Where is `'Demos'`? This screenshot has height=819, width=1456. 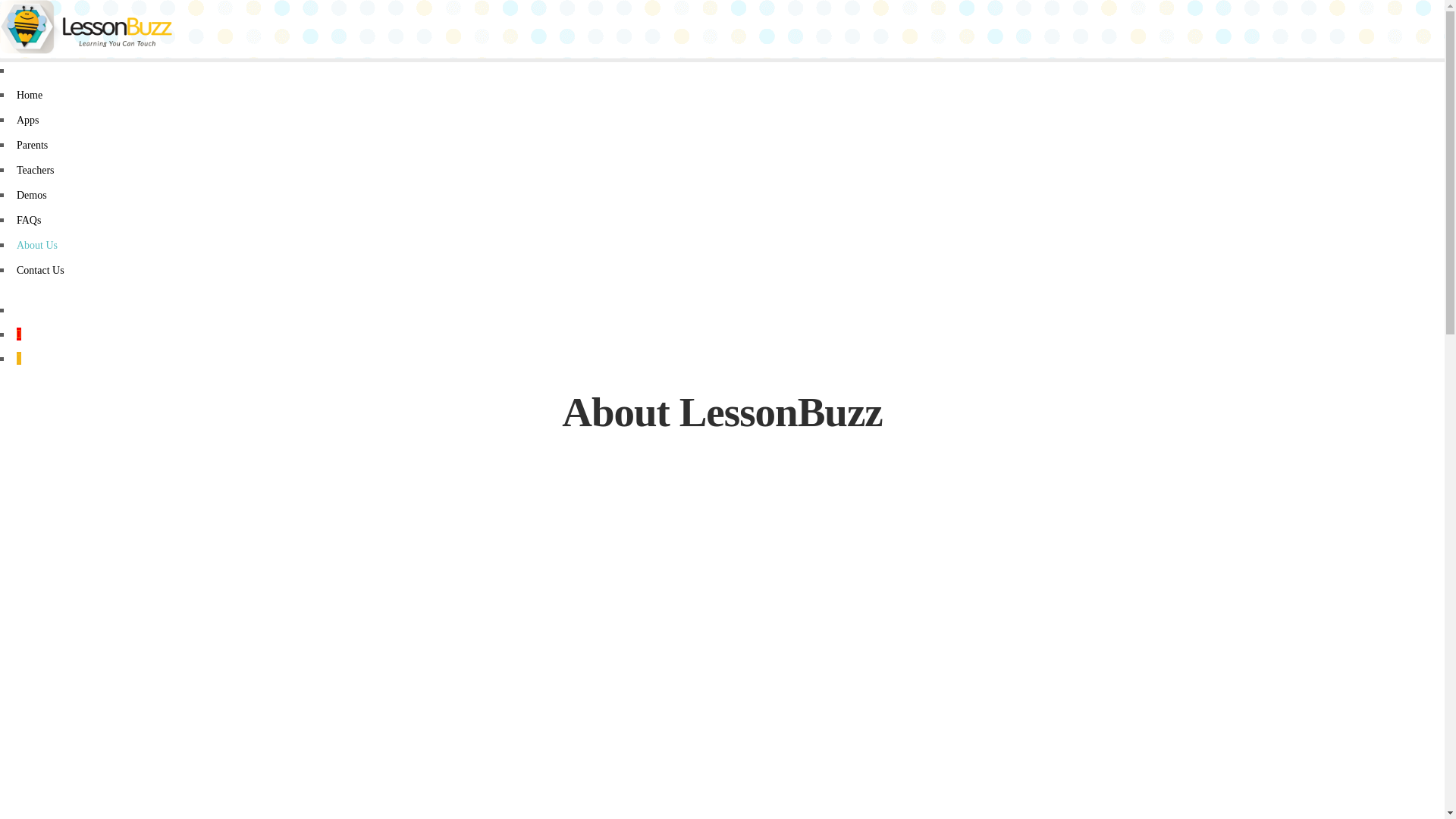
'Demos' is located at coordinates (17, 194).